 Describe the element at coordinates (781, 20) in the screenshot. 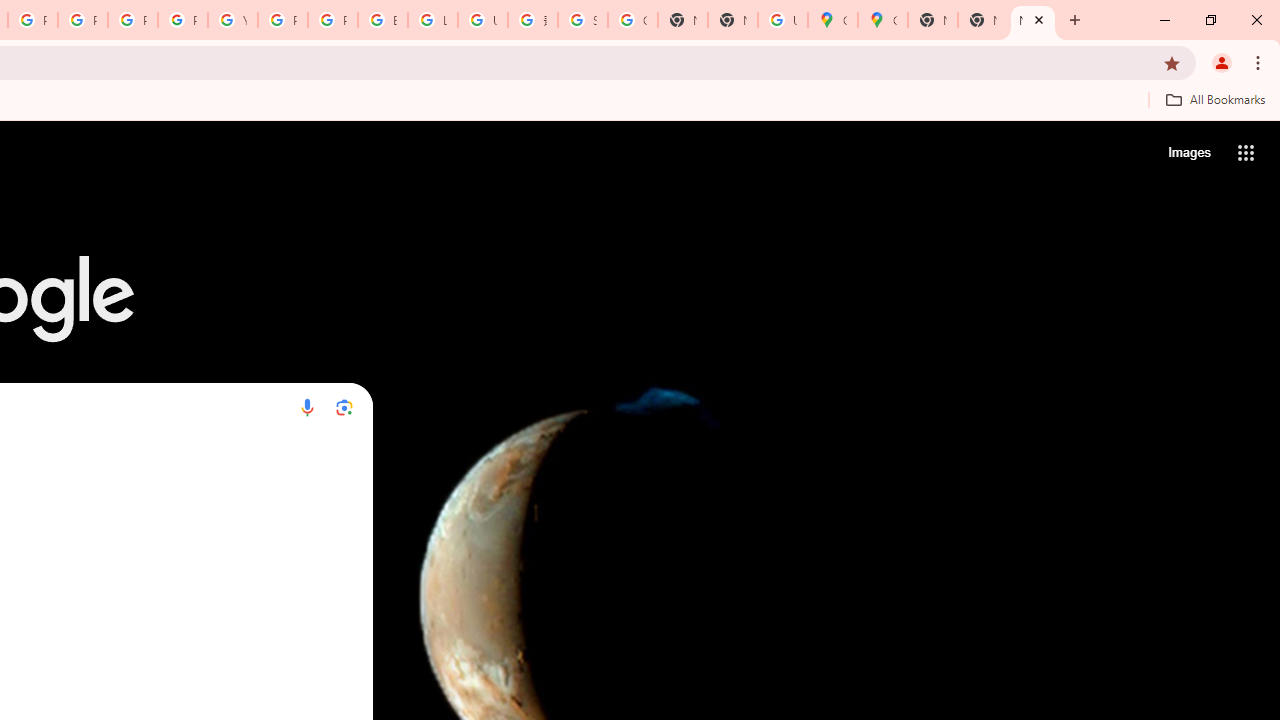

I see `'Use Google Maps in Space - Google Maps Help'` at that location.